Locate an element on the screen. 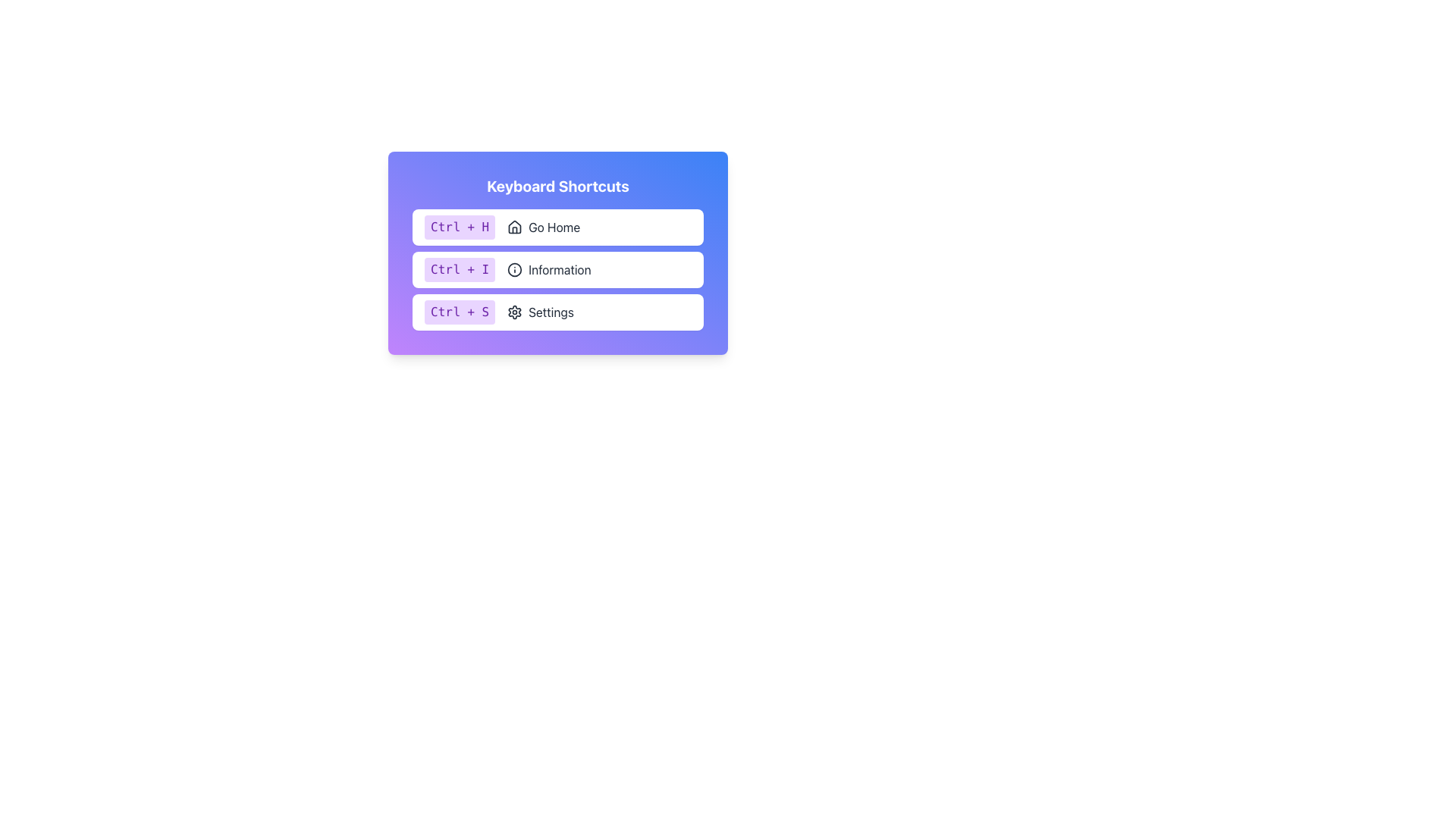  the informational icon, which is a circular icon with an 'i' symbol inside, located to the left of the text 'Information' in the second row of options within the visible menu is located at coordinates (515, 268).